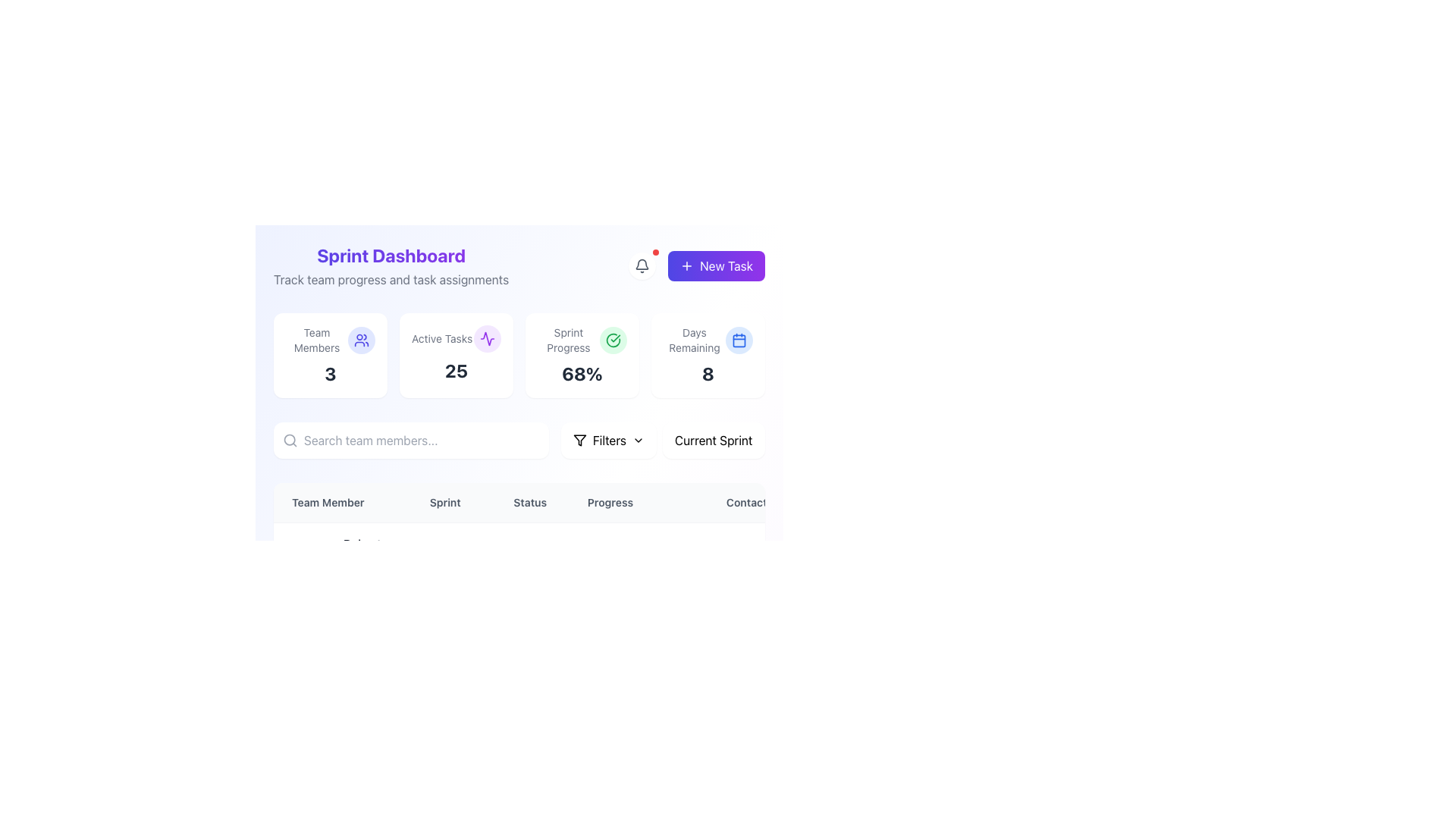  I want to click on text of the filter label button located centrally between the filter symbol icon and the chevron-down icon in the lower middle section of the dashboard, so click(609, 441).